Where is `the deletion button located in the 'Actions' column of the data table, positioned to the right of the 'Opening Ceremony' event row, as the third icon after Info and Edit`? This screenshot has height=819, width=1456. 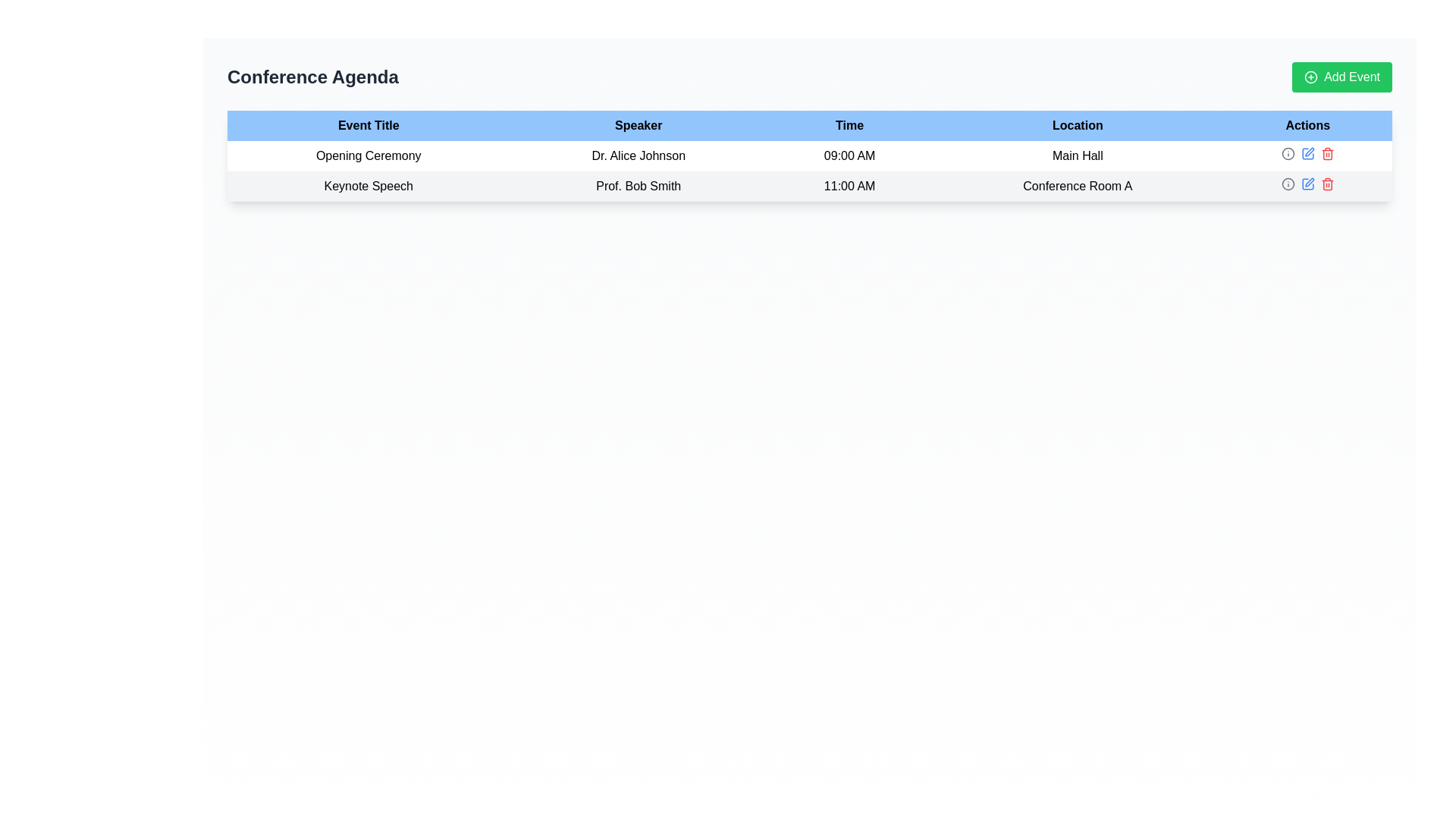 the deletion button located in the 'Actions' column of the data table, positioned to the right of the 'Opening Ceremony' event row, as the third icon after Info and Edit is located at coordinates (1326, 154).